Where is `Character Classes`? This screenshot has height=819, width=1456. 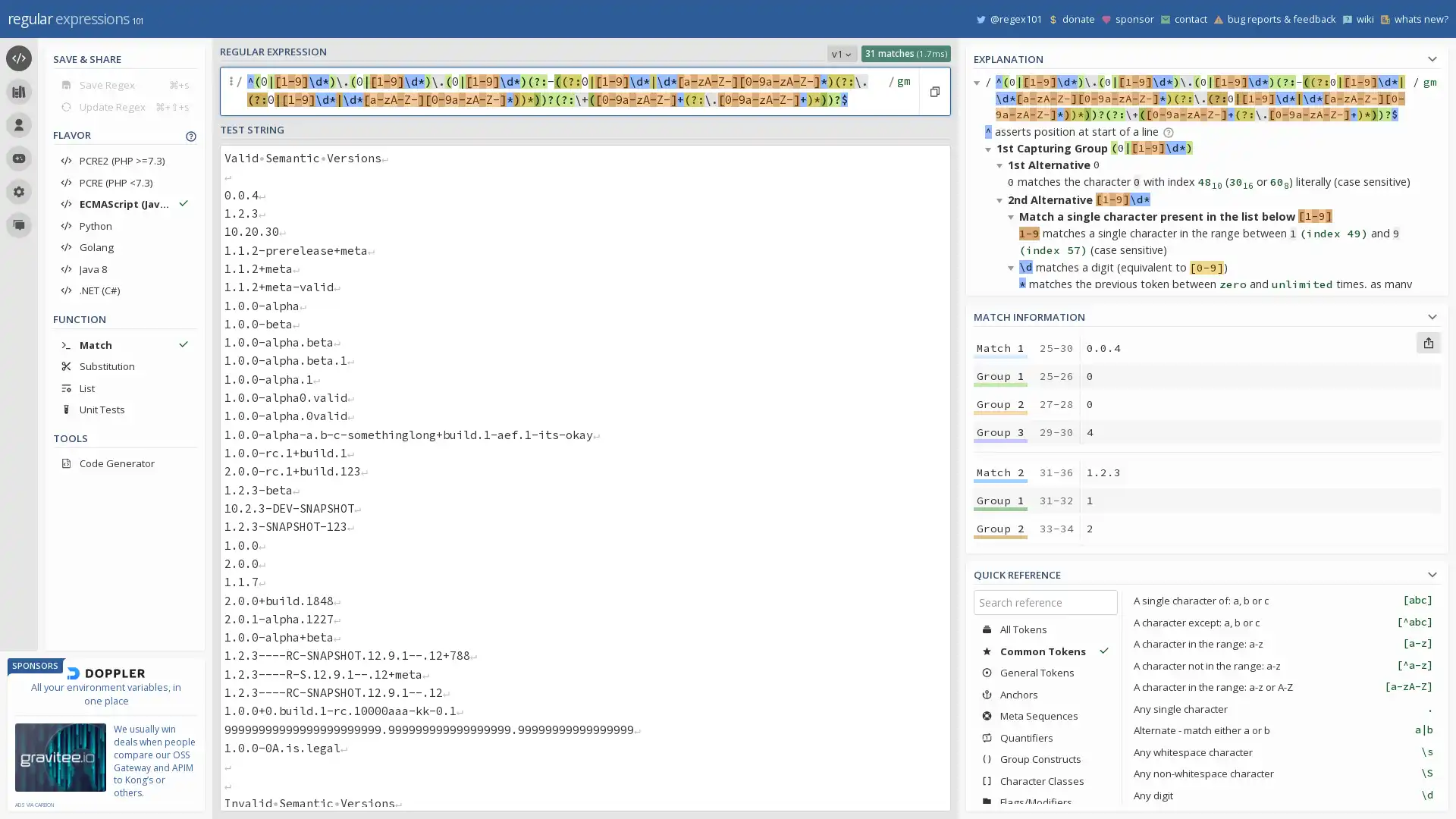
Character Classes is located at coordinates (1044, 780).